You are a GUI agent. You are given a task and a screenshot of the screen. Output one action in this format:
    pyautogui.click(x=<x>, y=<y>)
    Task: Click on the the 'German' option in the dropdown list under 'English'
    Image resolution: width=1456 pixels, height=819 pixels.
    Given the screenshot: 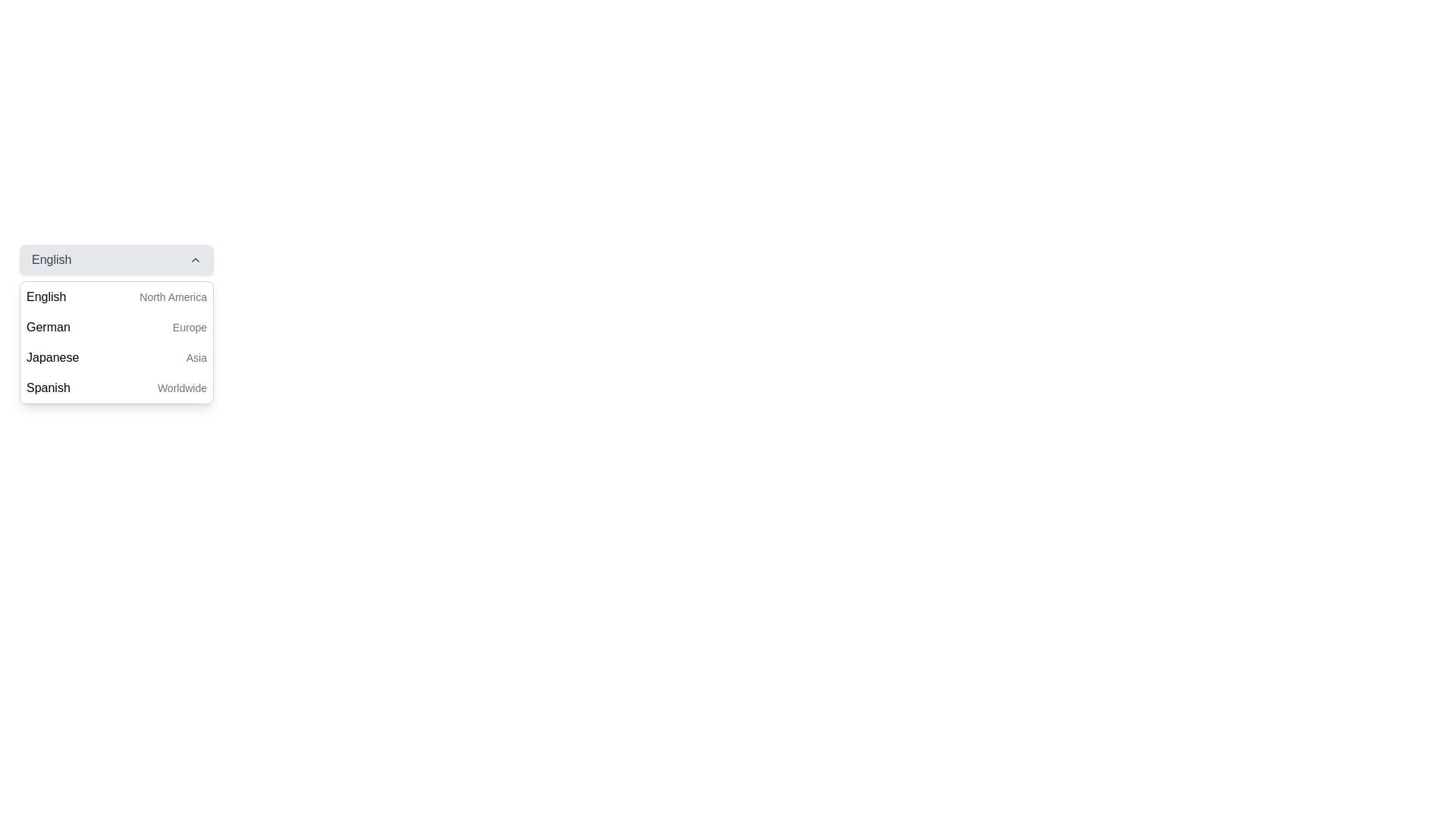 What is the action you would take?
    pyautogui.click(x=115, y=327)
    